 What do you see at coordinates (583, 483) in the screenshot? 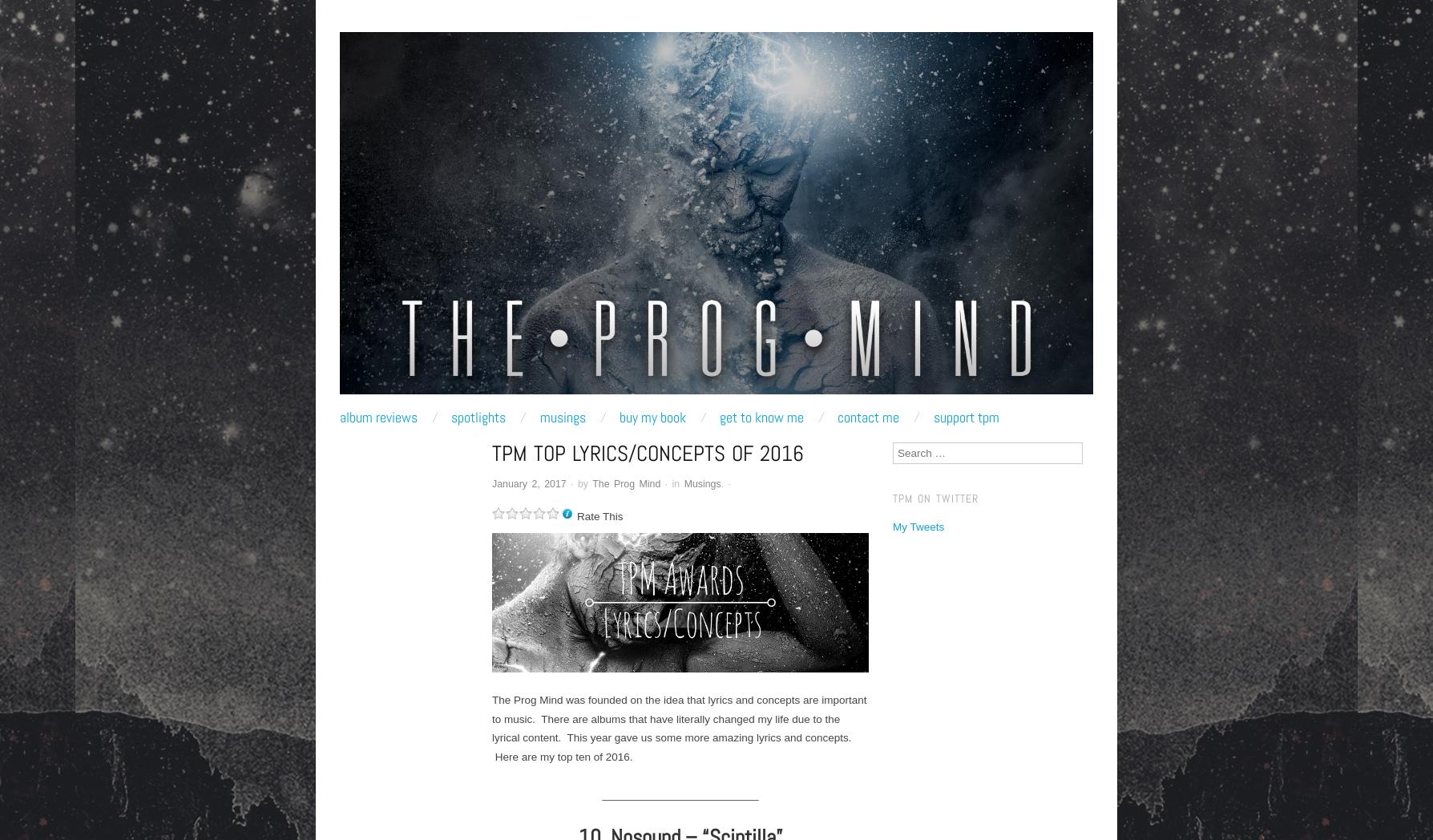
I see `'by'` at bounding box center [583, 483].